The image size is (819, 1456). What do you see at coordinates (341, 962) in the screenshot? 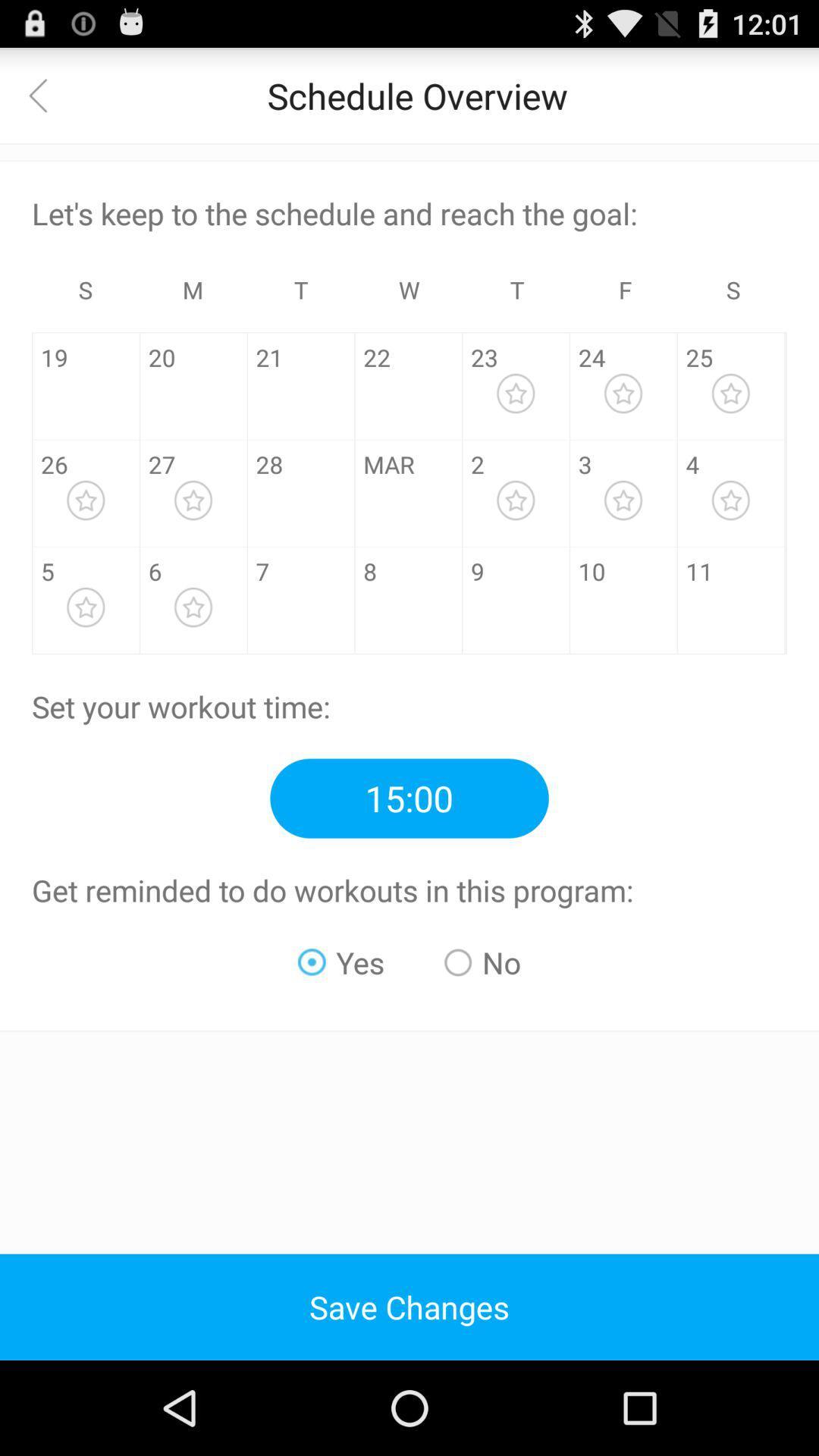
I see `yes radio button` at bounding box center [341, 962].